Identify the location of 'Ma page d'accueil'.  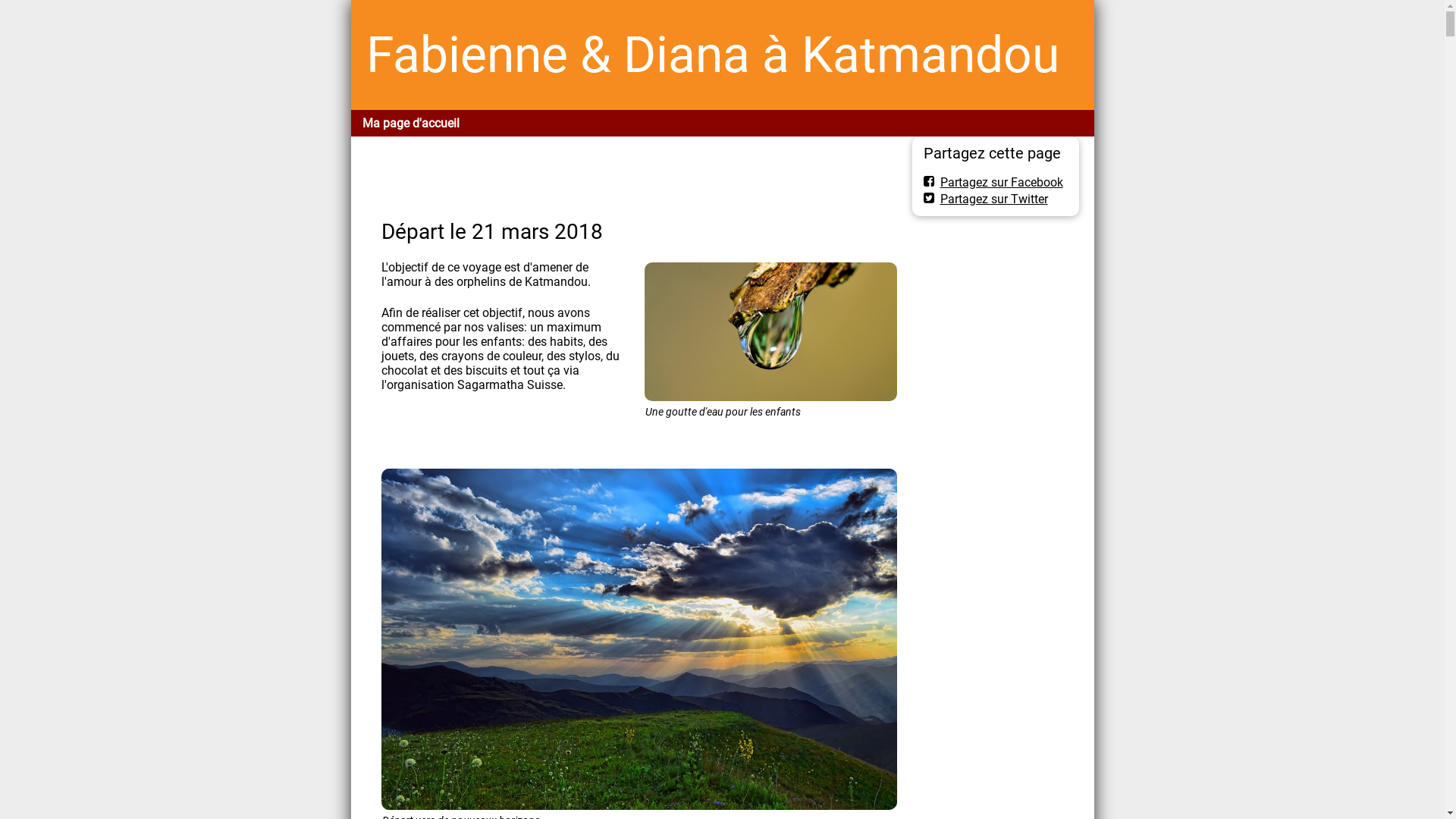
(410, 122).